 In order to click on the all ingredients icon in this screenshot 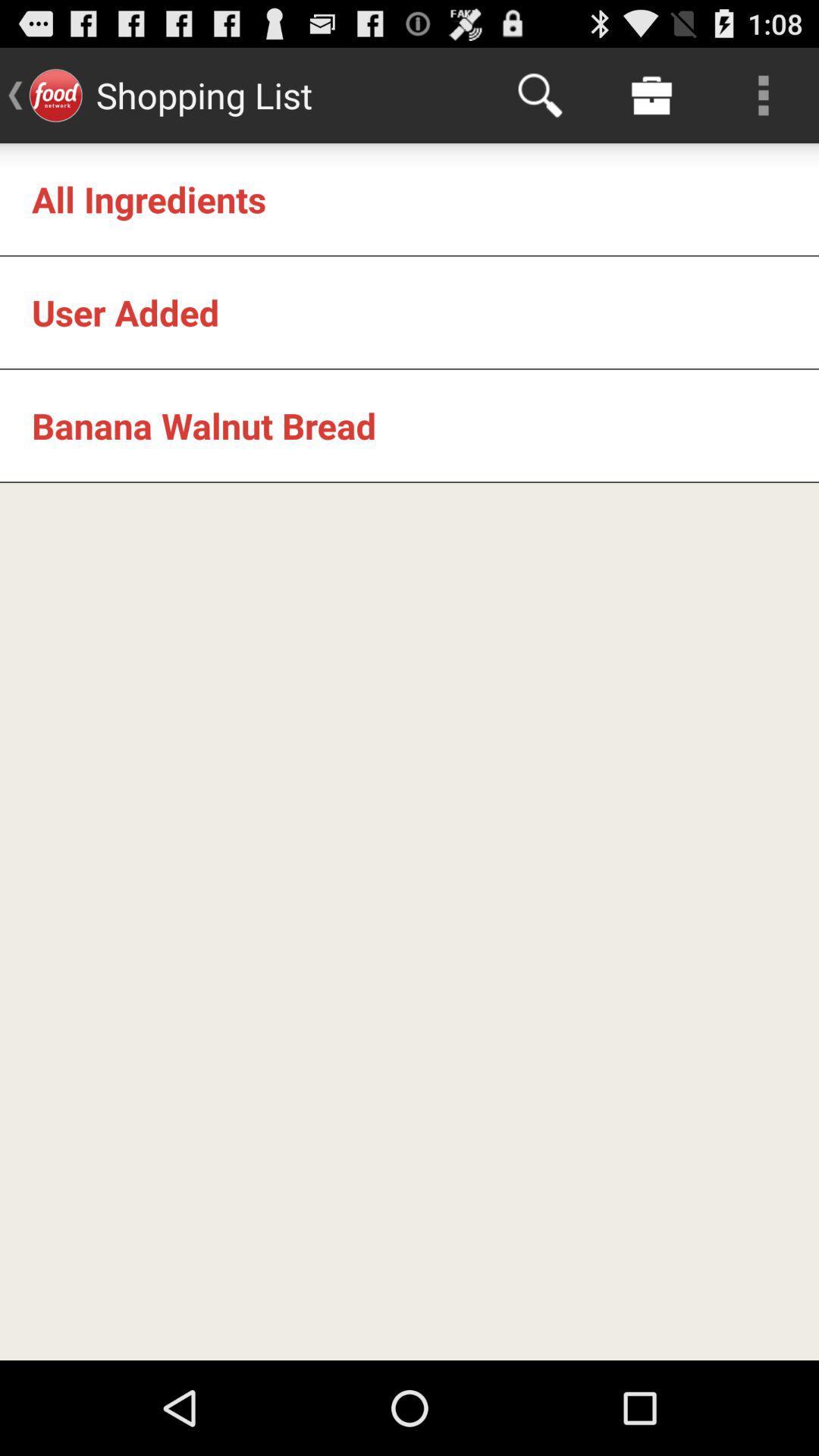, I will do `click(149, 198)`.